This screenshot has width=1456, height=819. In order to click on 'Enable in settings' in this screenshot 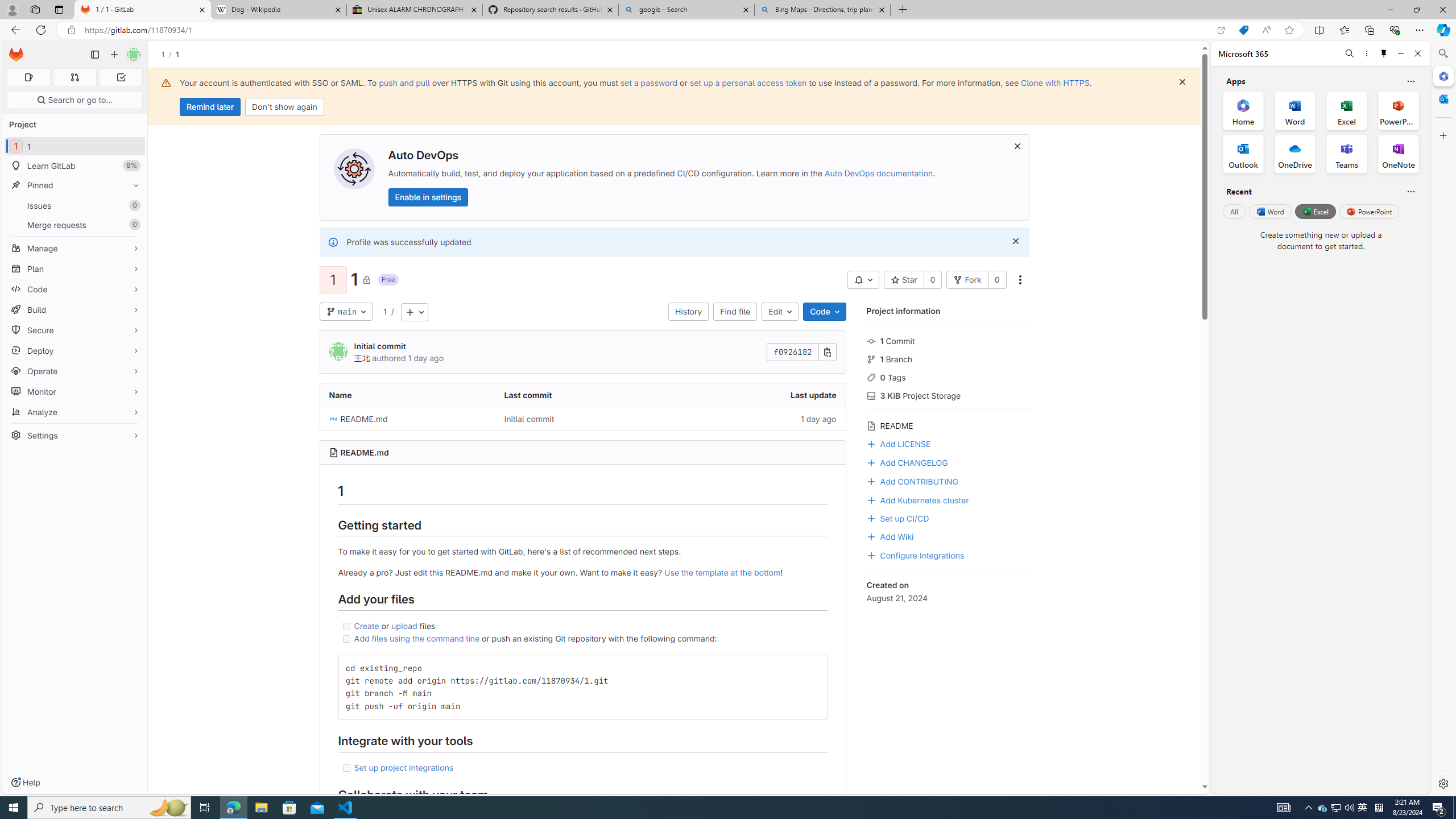, I will do `click(427, 197)`.